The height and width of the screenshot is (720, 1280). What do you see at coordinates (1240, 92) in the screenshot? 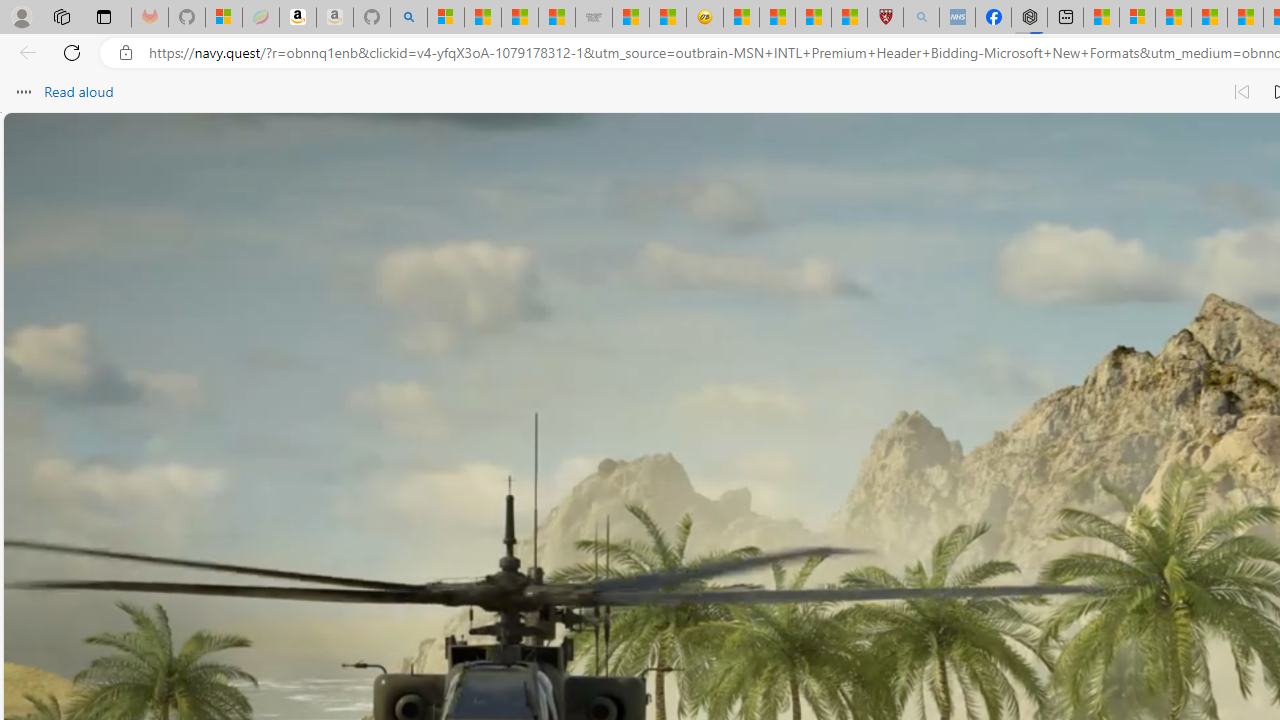
I see `'Read previous paragraph'` at bounding box center [1240, 92].